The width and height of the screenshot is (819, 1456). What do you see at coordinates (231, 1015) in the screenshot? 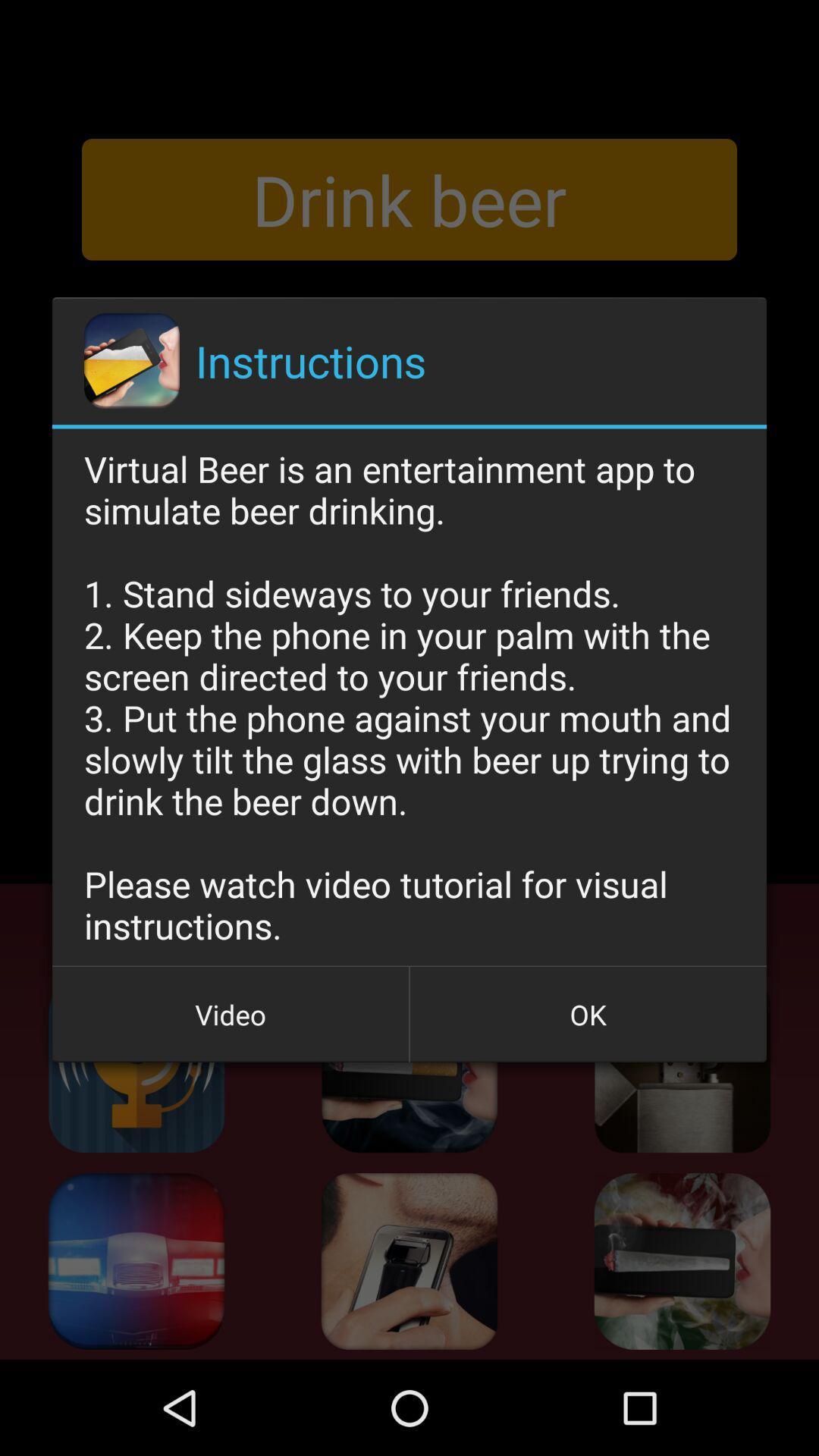
I see `app below virtual beer is app` at bounding box center [231, 1015].